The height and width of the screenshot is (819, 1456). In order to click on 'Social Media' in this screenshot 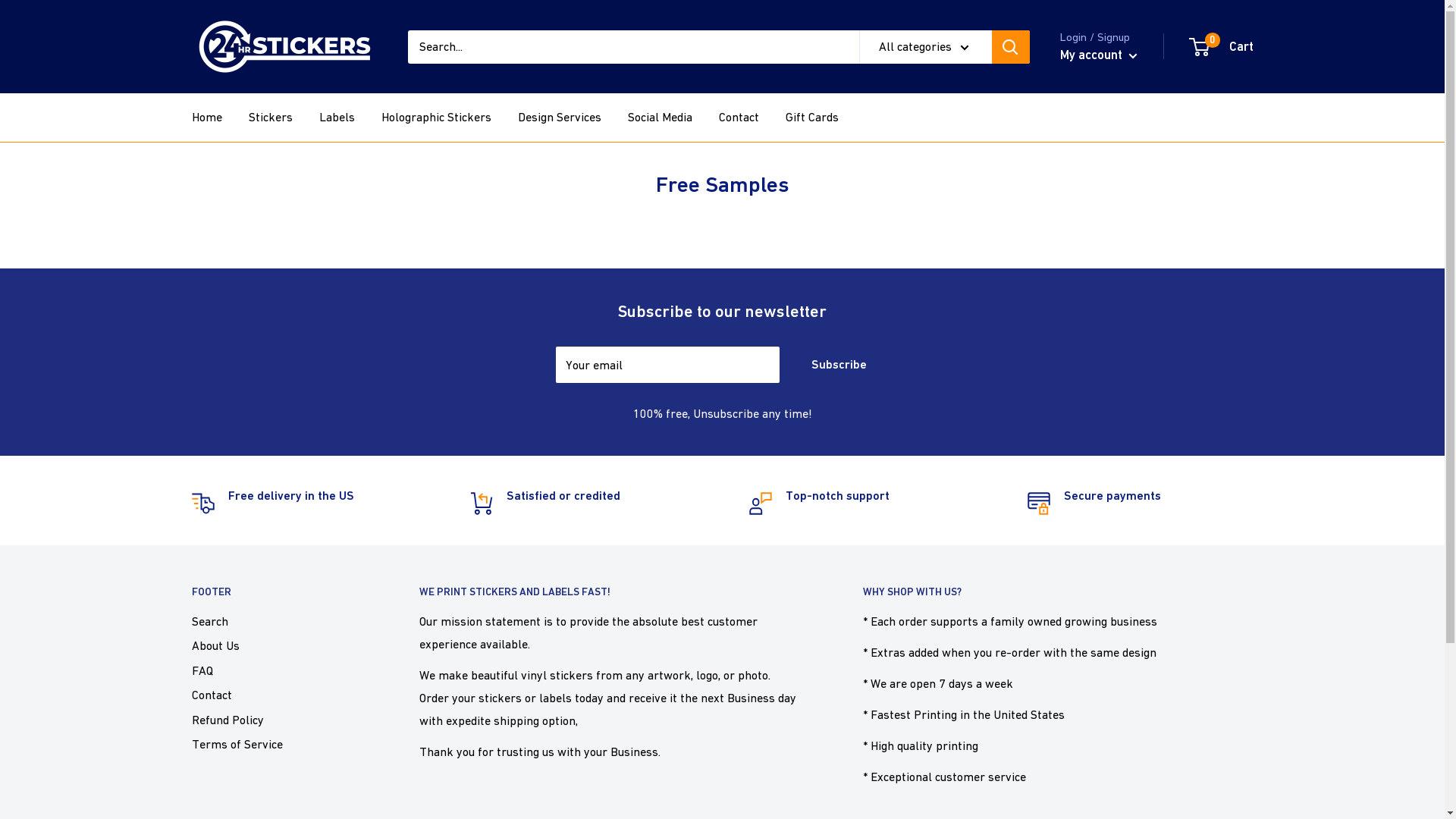, I will do `click(660, 116)`.